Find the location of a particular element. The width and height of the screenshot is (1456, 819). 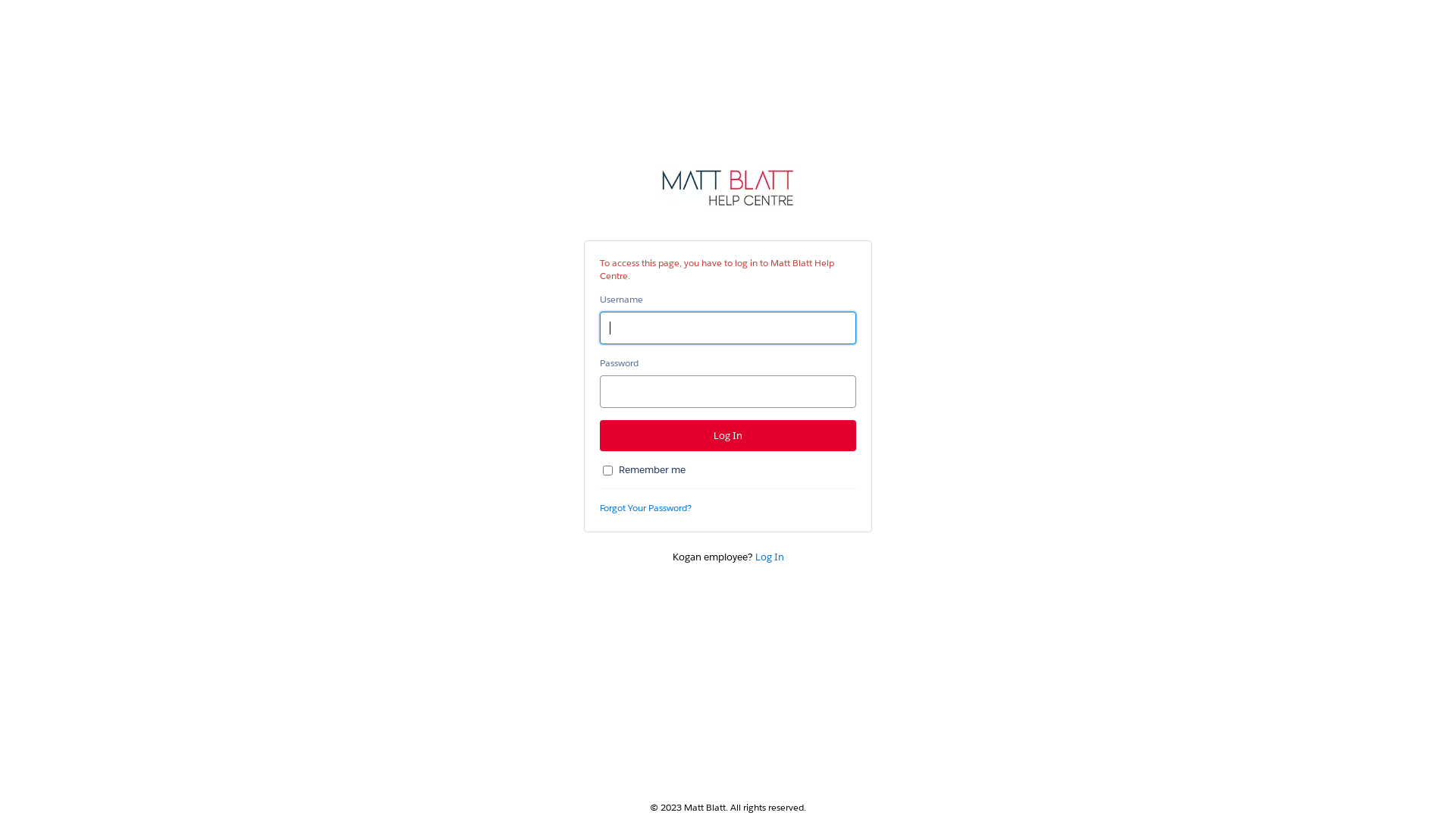

'Forgot Your Password?' is located at coordinates (645, 507).